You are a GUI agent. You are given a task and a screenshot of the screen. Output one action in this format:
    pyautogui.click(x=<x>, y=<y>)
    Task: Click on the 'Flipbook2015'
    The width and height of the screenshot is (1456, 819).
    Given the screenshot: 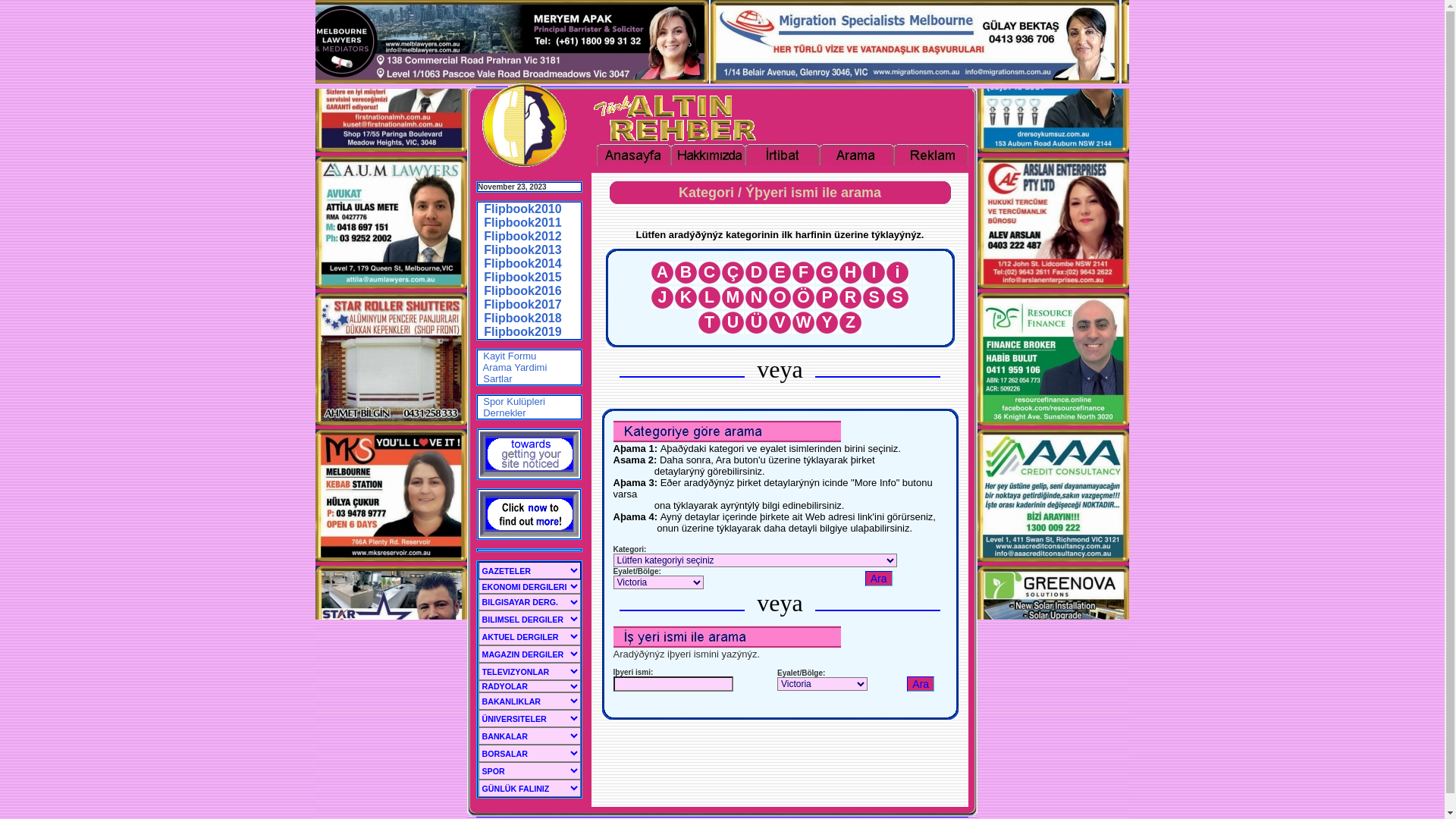 What is the action you would take?
    pyautogui.click(x=522, y=277)
    